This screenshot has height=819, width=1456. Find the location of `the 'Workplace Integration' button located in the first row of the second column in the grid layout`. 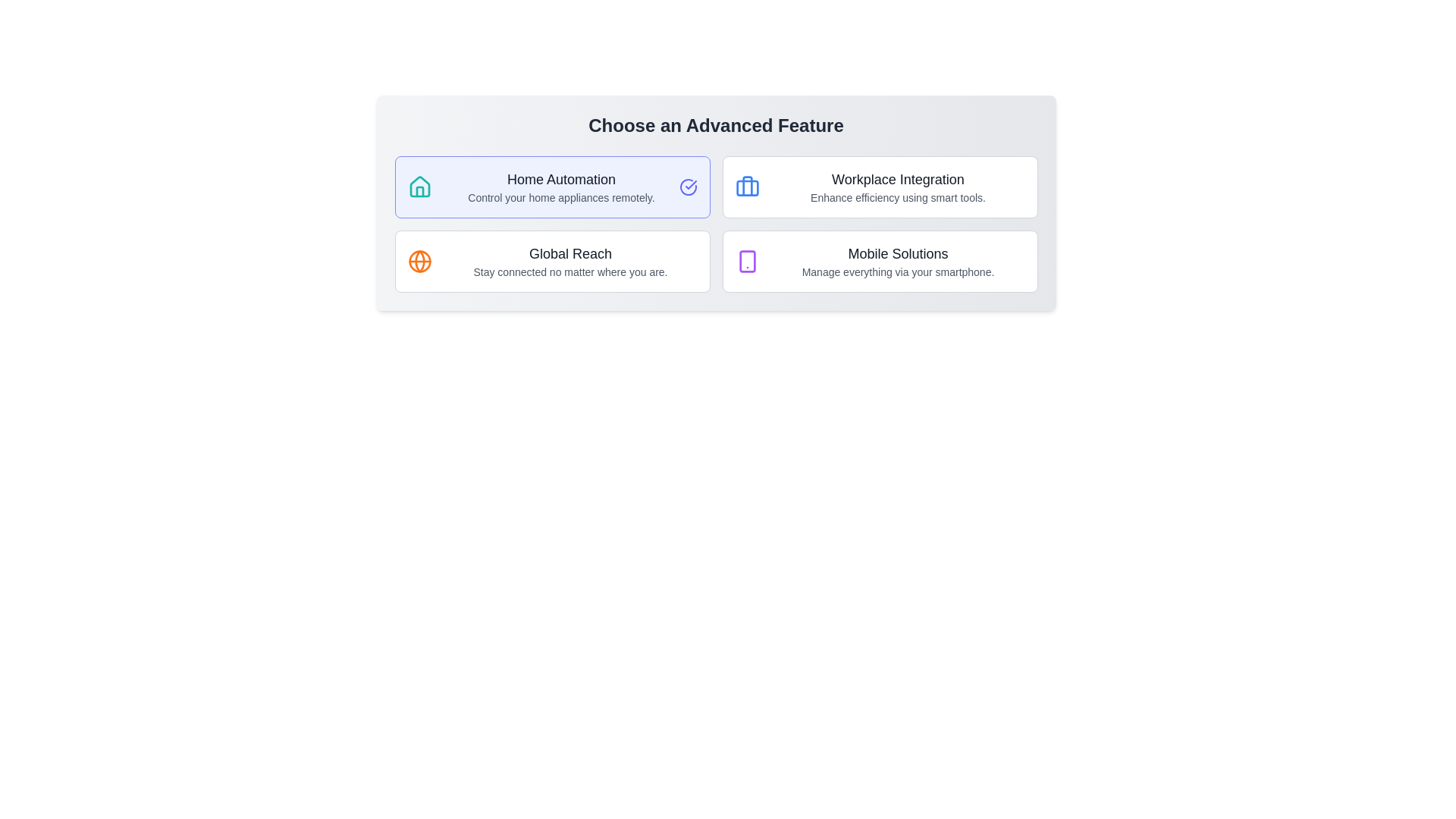

the 'Workplace Integration' button located in the first row of the second column in the grid layout is located at coordinates (880, 186).